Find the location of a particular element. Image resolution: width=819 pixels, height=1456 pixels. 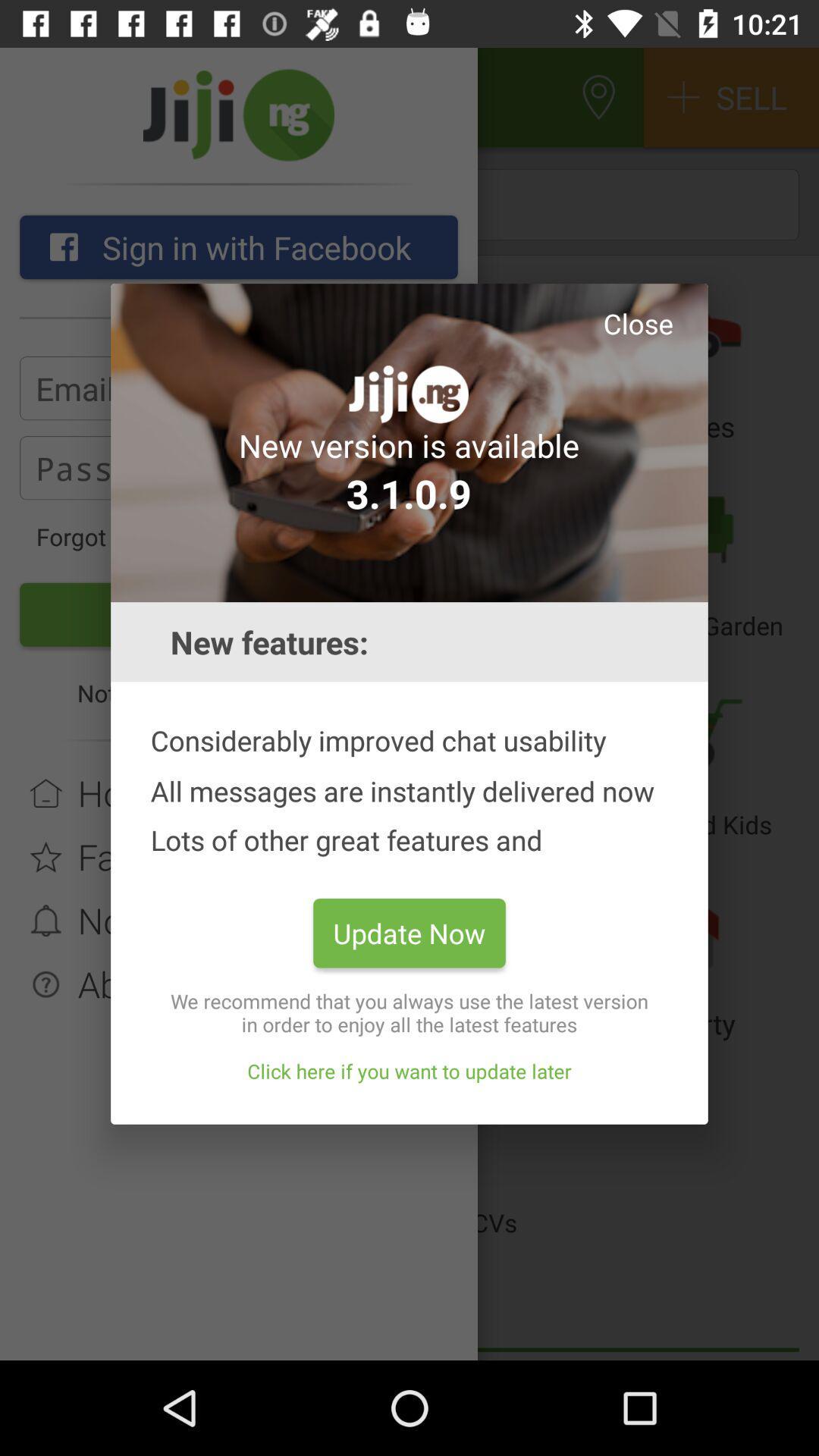

the item below considerably improved chat app is located at coordinates (409, 932).